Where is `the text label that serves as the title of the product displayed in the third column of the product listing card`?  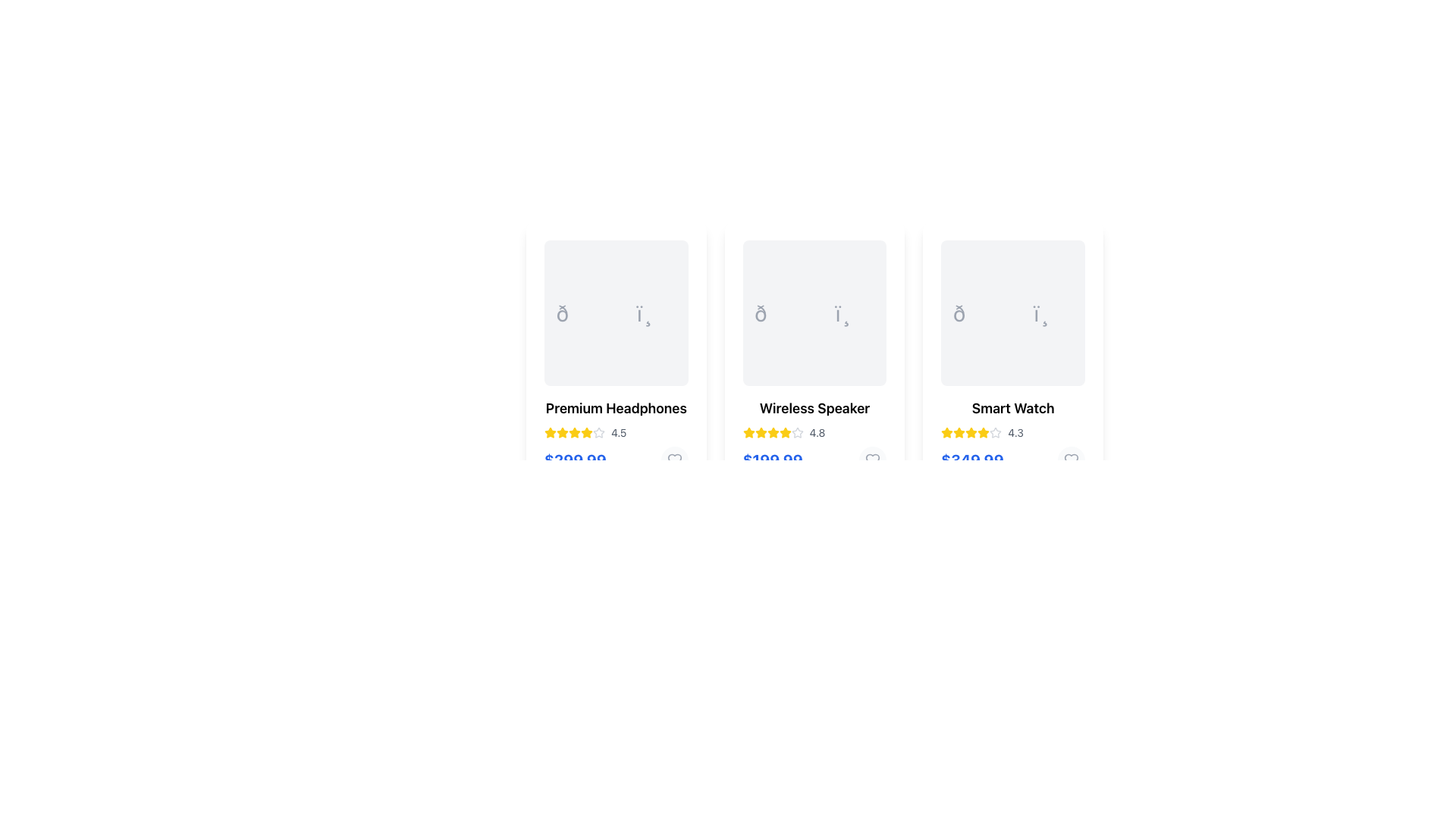 the text label that serves as the title of the product displayed in the third column of the product listing card is located at coordinates (1013, 408).